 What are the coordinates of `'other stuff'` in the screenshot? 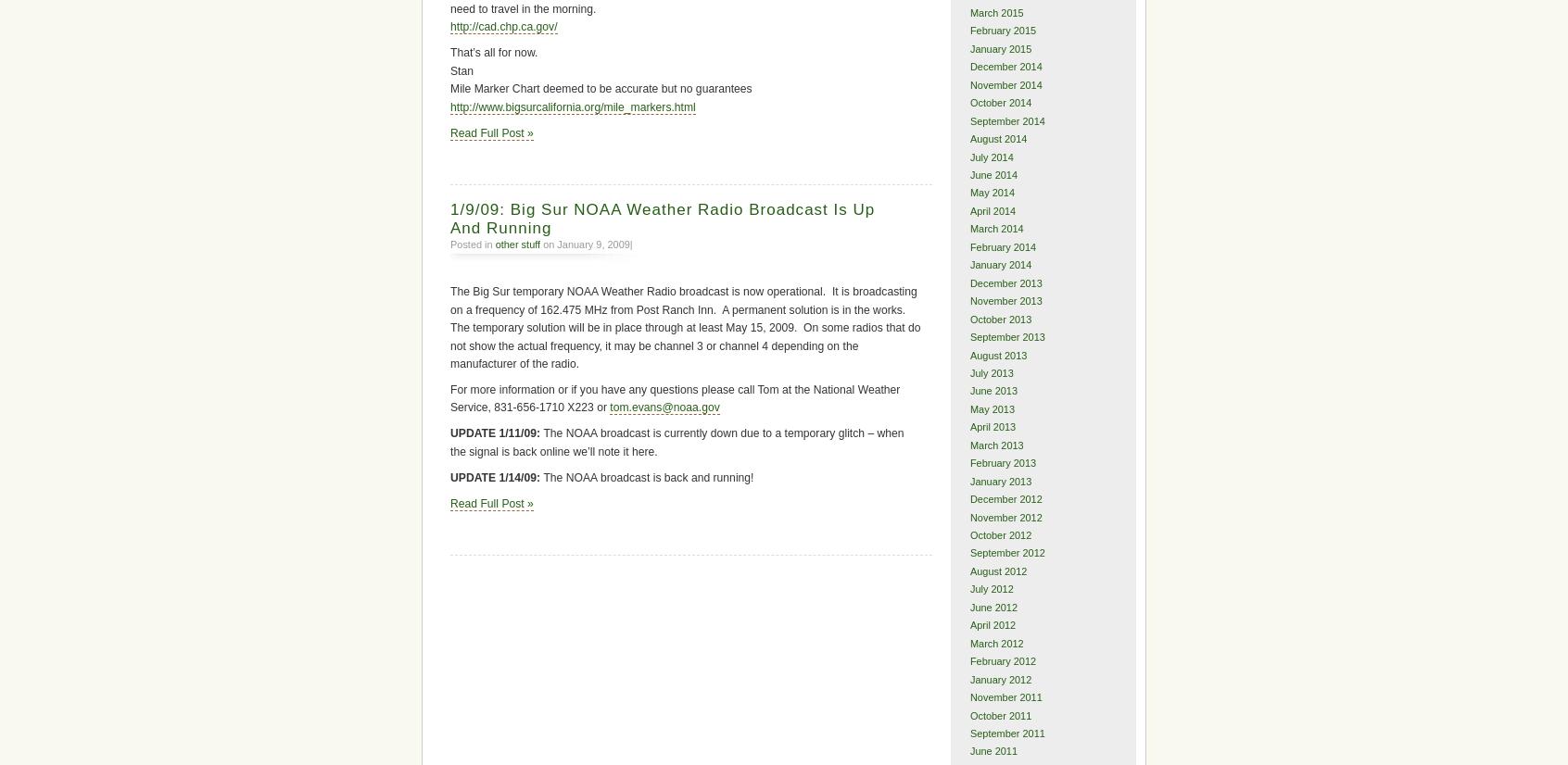 It's located at (517, 244).